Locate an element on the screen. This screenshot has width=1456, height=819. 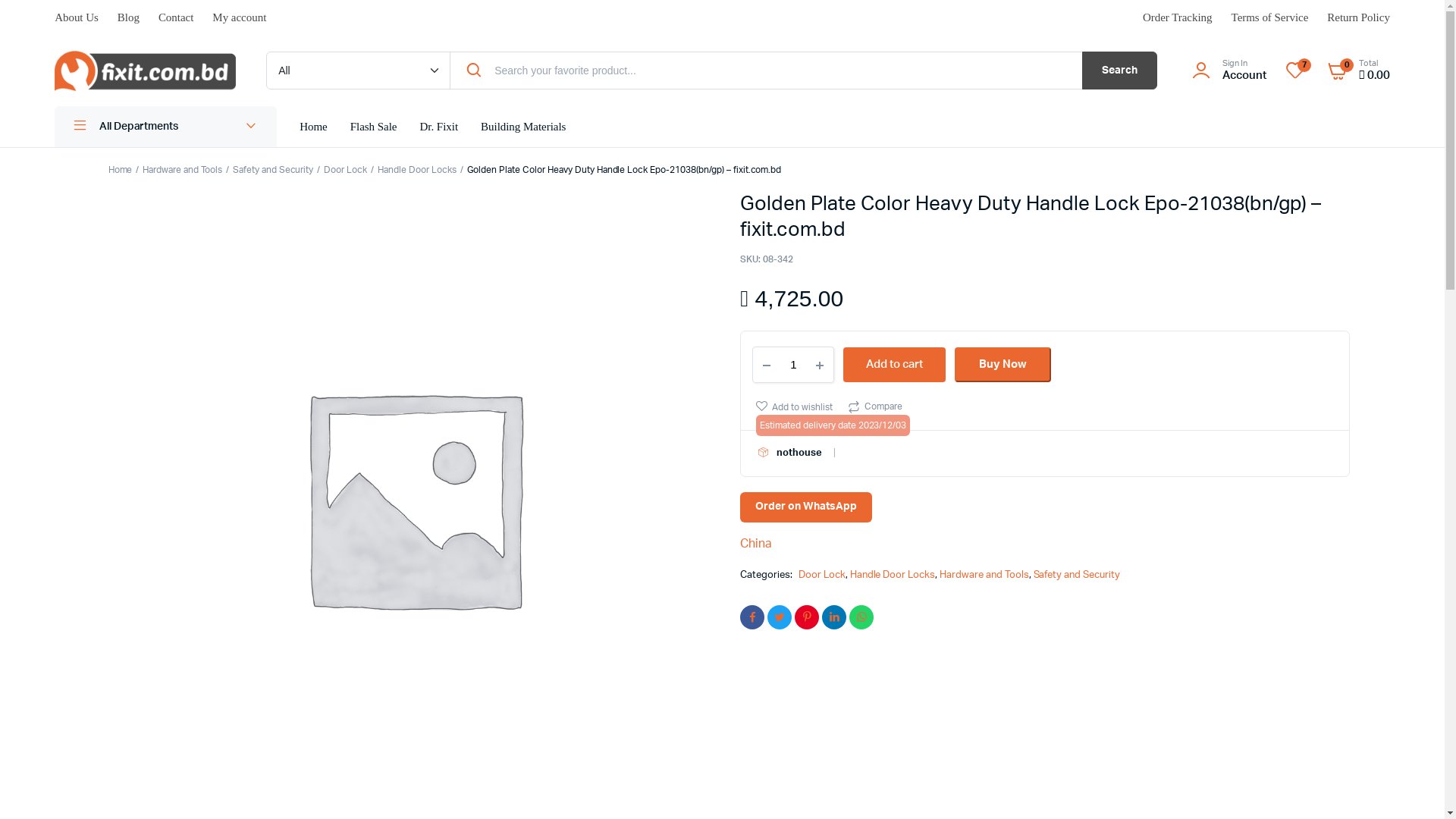
'Safety and Security' is located at coordinates (273, 169).